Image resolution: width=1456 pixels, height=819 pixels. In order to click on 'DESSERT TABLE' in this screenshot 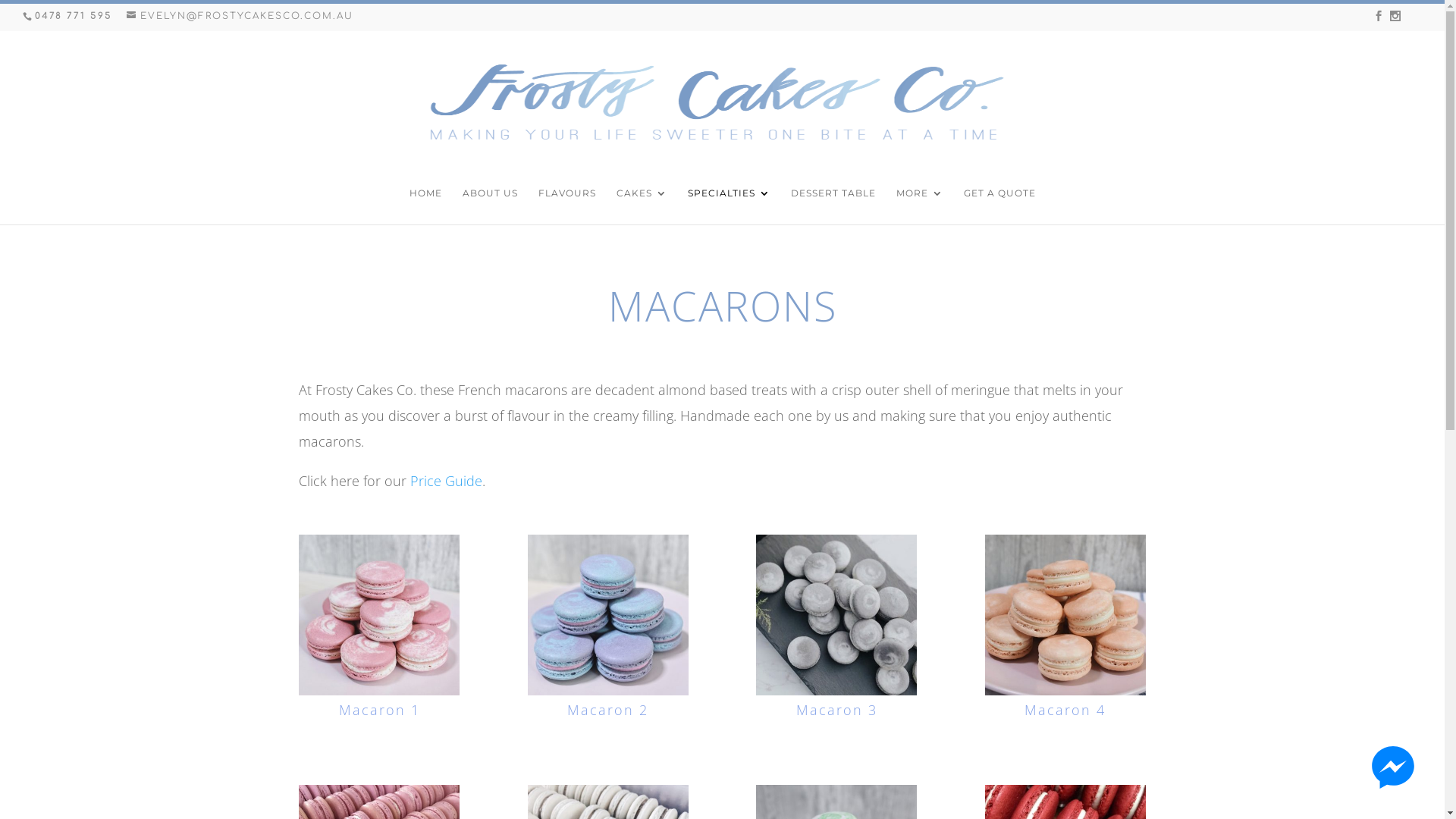, I will do `click(832, 206)`.